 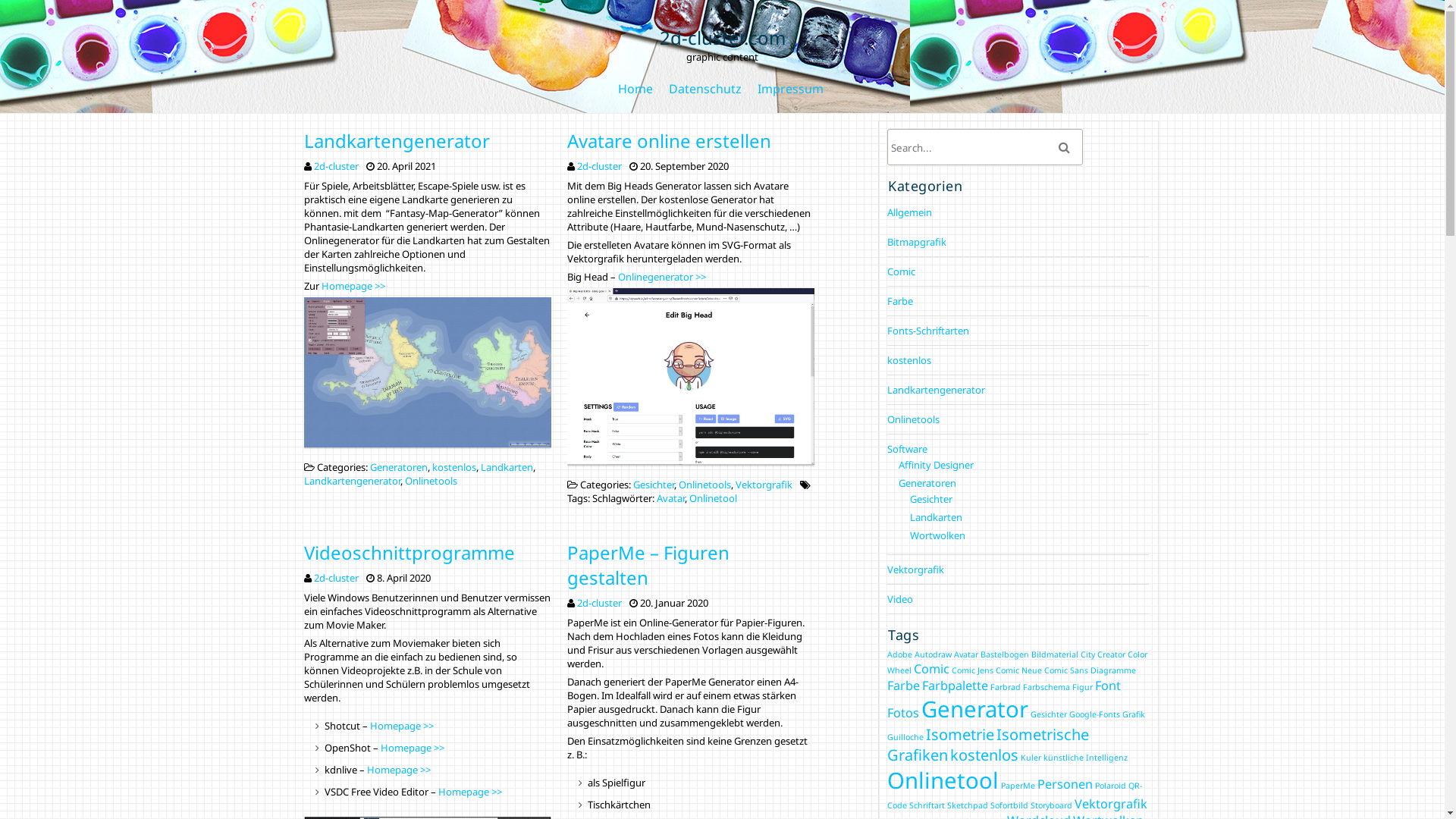 What do you see at coordinates (722, 43) in the screenshot?
I see `'2d-cluster.com'` at bounding box center [722, 43].